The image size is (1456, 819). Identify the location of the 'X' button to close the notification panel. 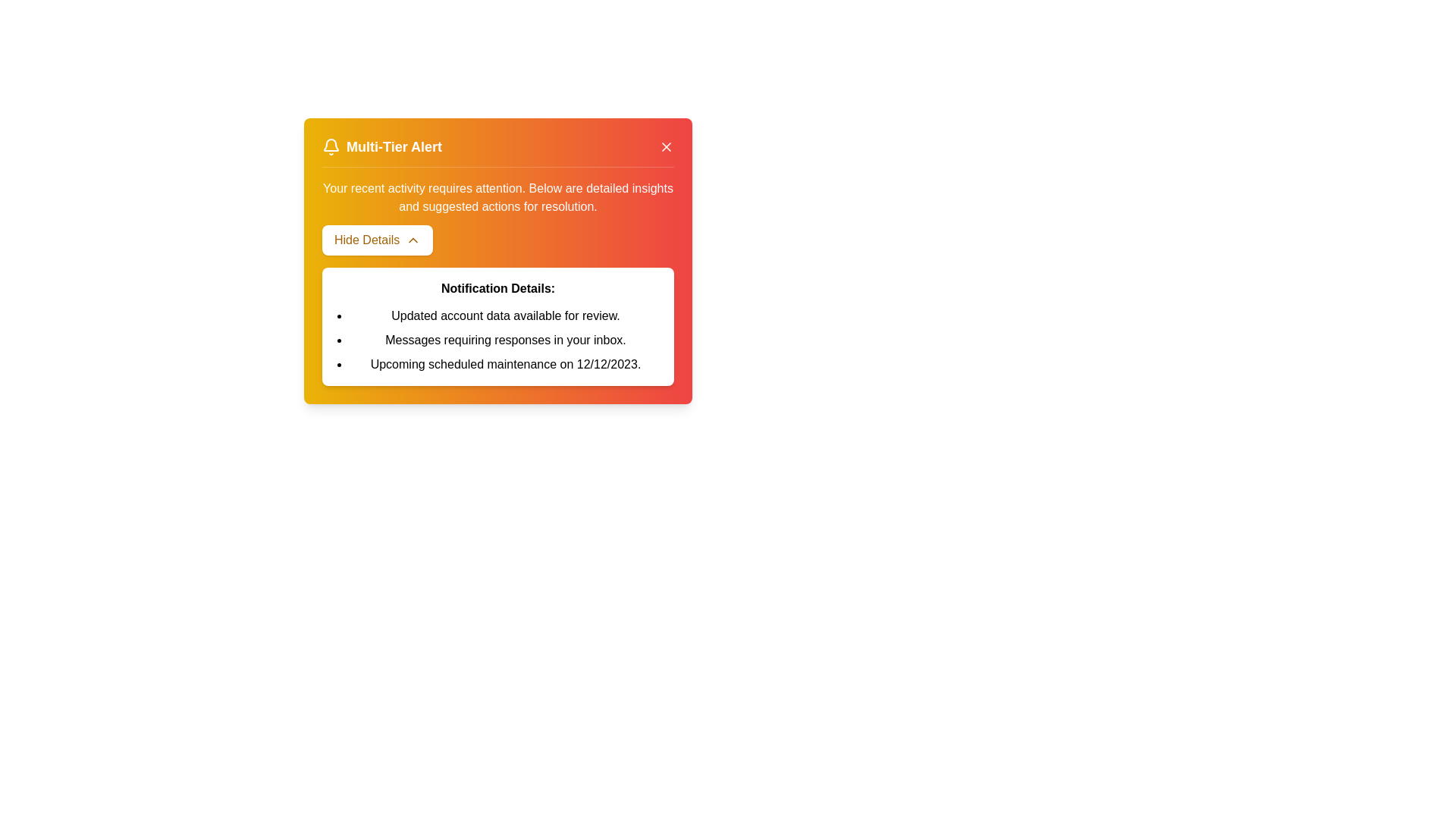
(666, 146).